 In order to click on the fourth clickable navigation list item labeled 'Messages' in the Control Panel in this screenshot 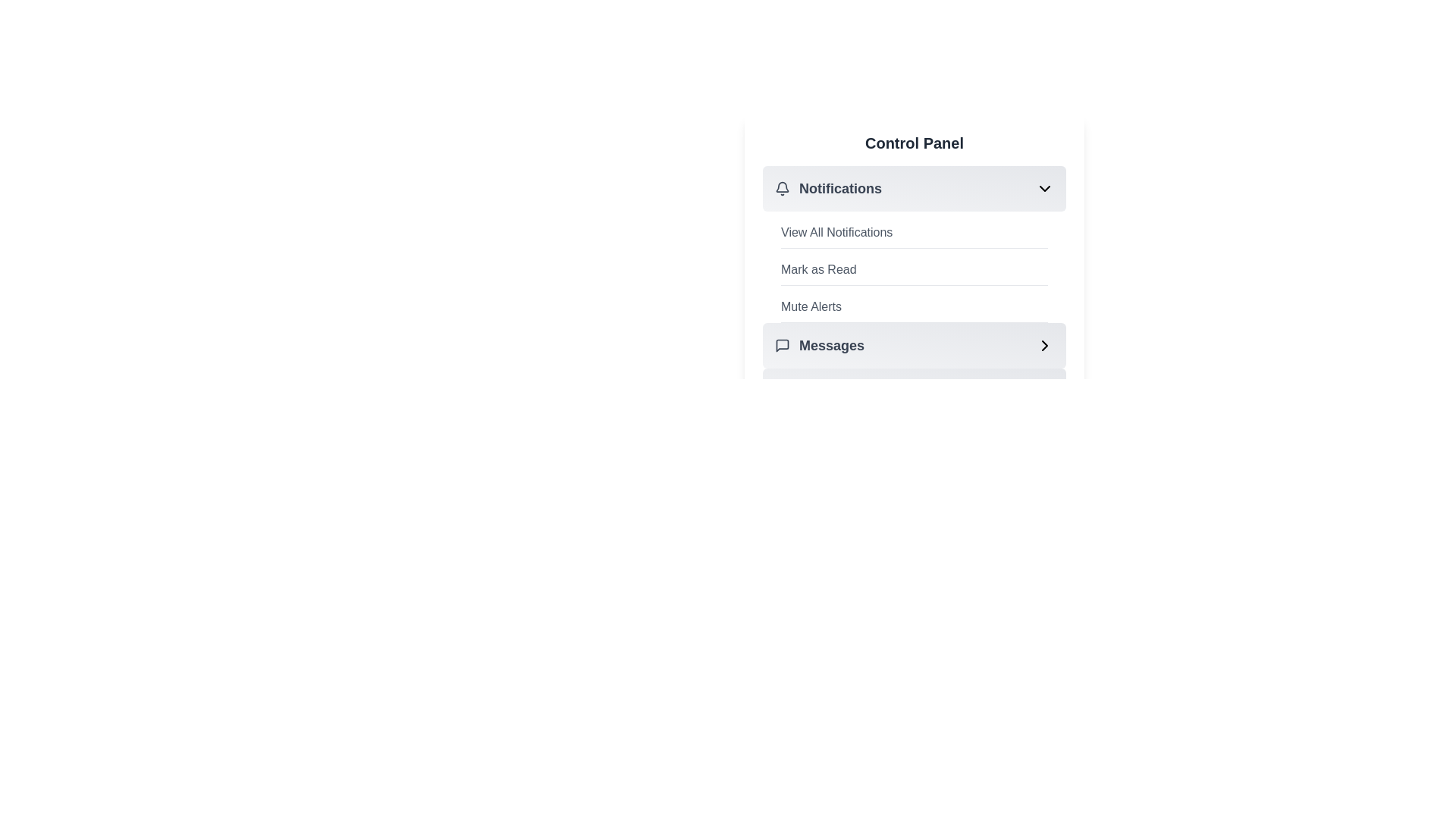, I will do `click(913, 345)`.